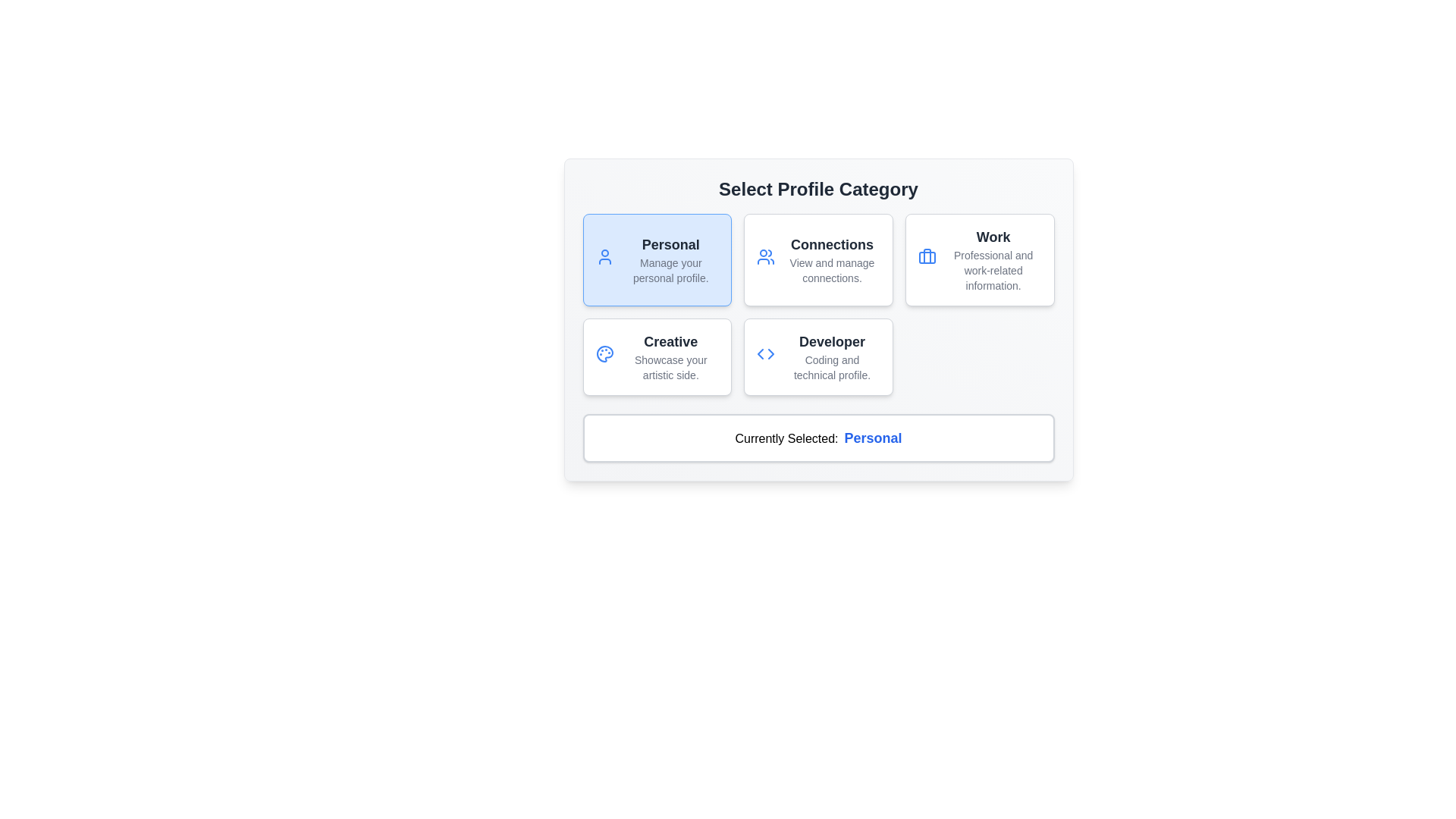 The image size is (1456, 819). I want to click on the Text Label that serves as the title for the 'Developer' profile category located in the lower-right section of the 'Select Profile Category' interface, so click(831, 342).